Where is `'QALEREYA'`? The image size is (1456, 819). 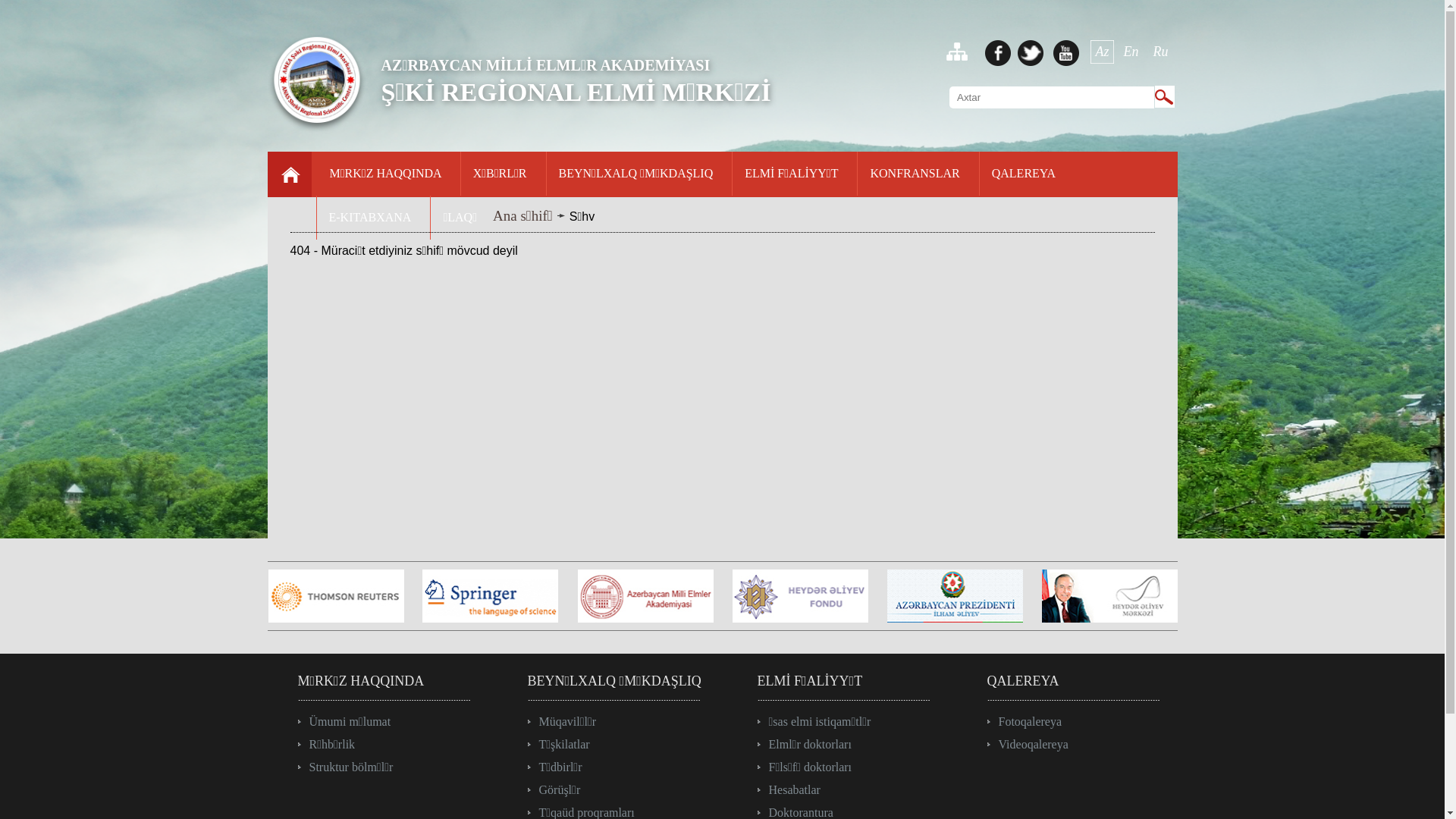 'QALEREYA' is located at coordinates (1023, 176).